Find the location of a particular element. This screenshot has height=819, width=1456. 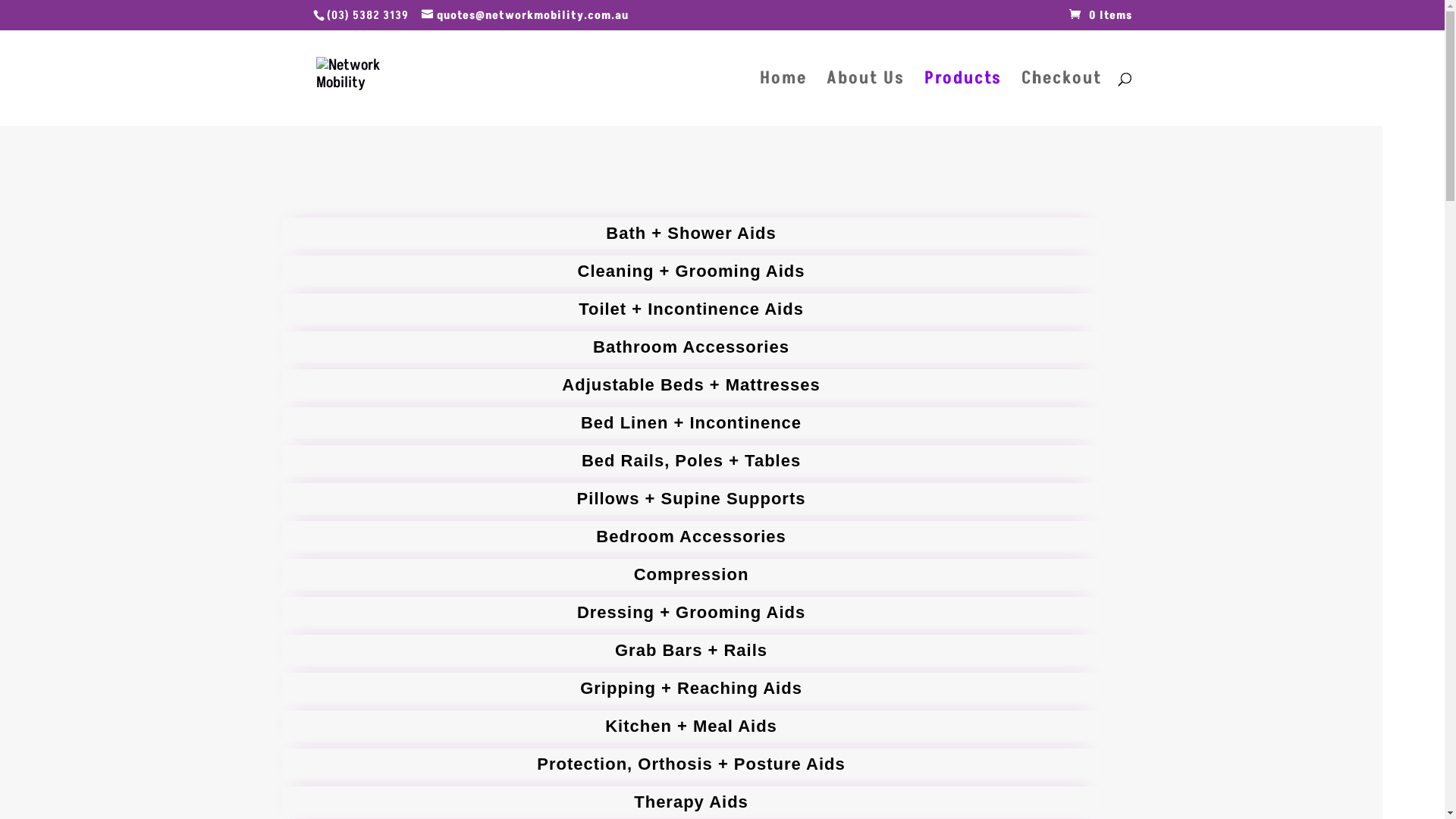

'Adjustable Beds + Mattresses' is located at coordinates (691, 384).